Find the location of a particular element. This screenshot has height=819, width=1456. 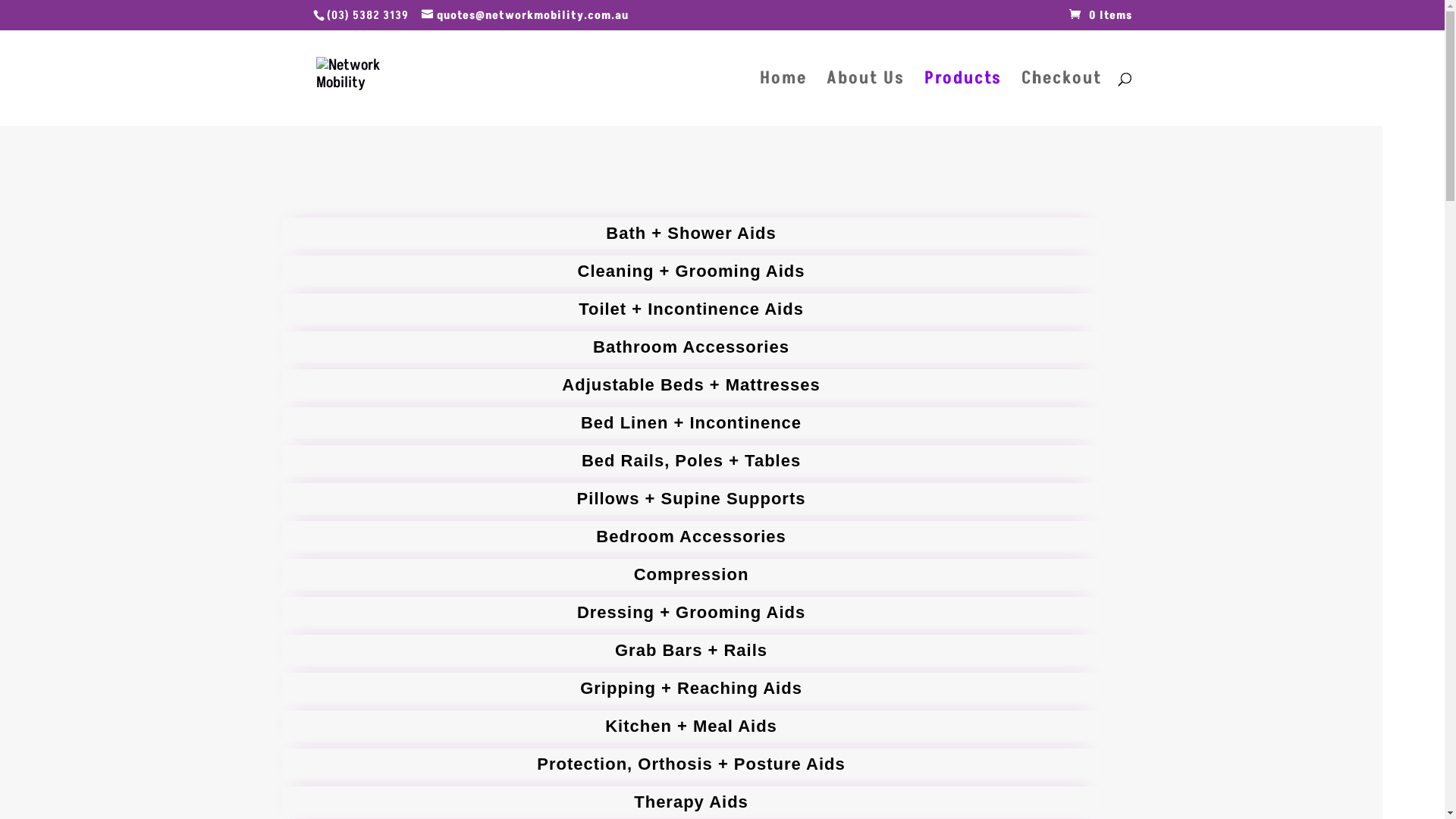

'Adjustable Beds + Mattresses' is located at coordinates (691, 384).